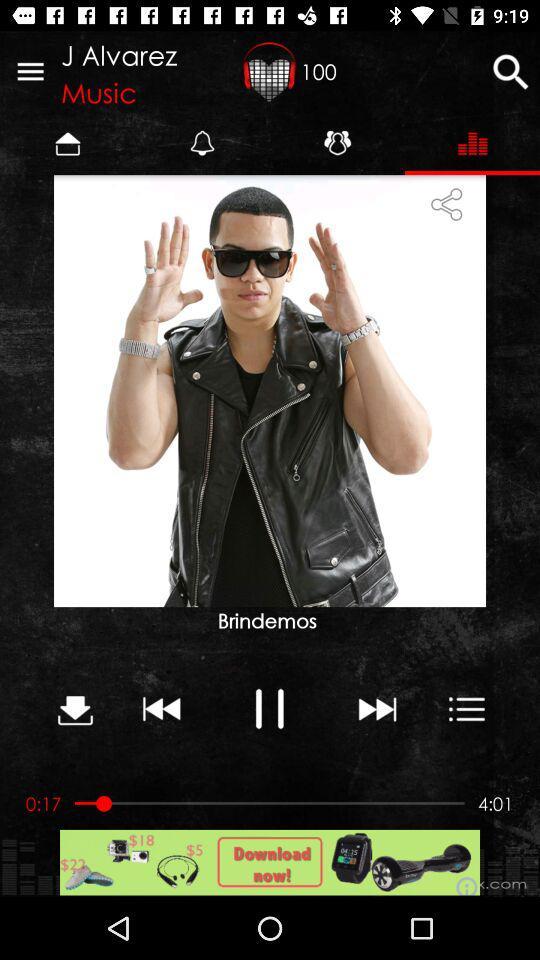  I want to click on the search icon, so click(510, 71).